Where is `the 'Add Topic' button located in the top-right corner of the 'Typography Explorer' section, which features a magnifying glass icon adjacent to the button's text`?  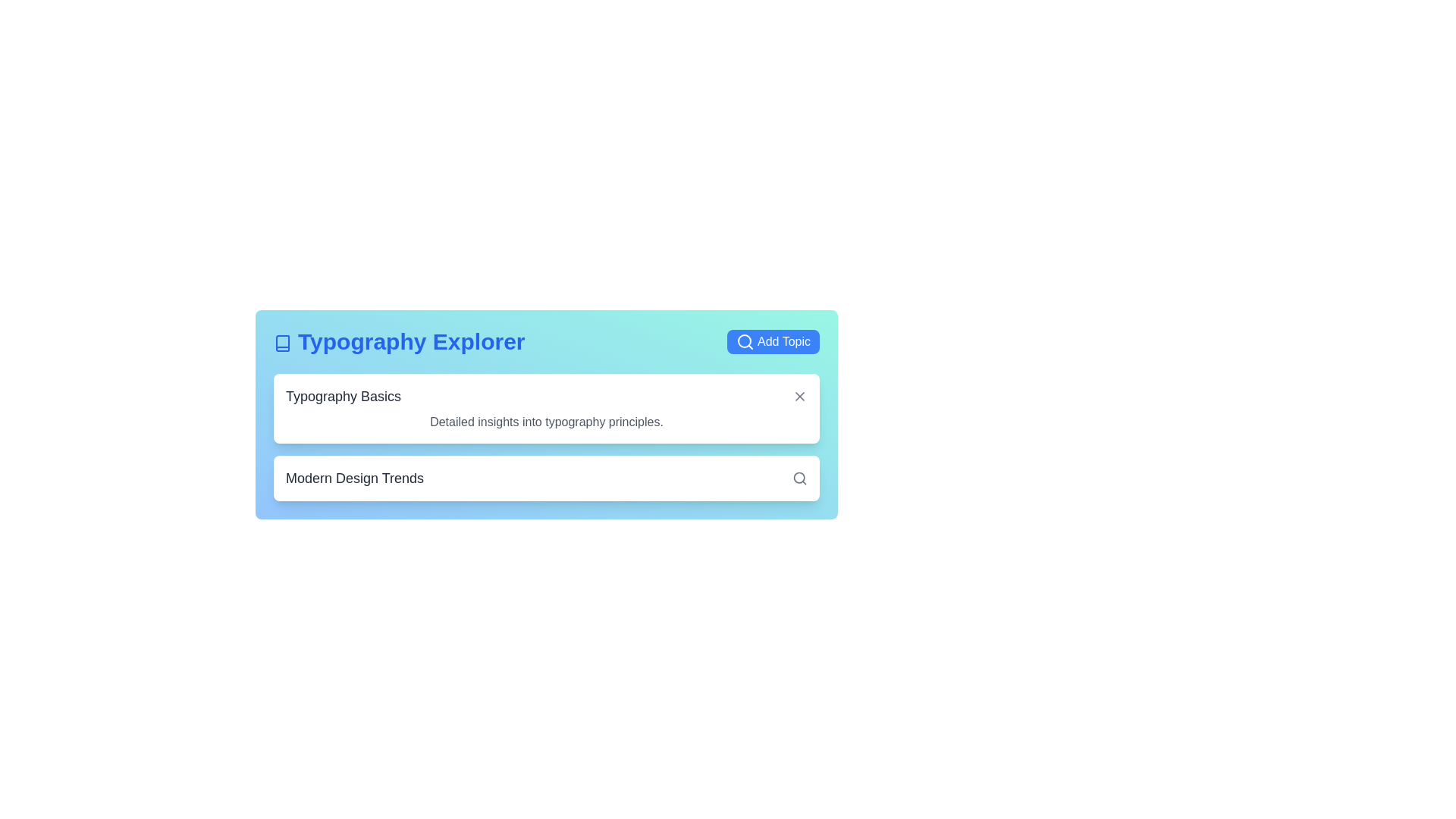
the 'Add Topic' button located in the top-right corner of the 'Typography Explorer' section, which features a magnifying glass icon adjacent to the button's text is located at coordinates (745, 342).